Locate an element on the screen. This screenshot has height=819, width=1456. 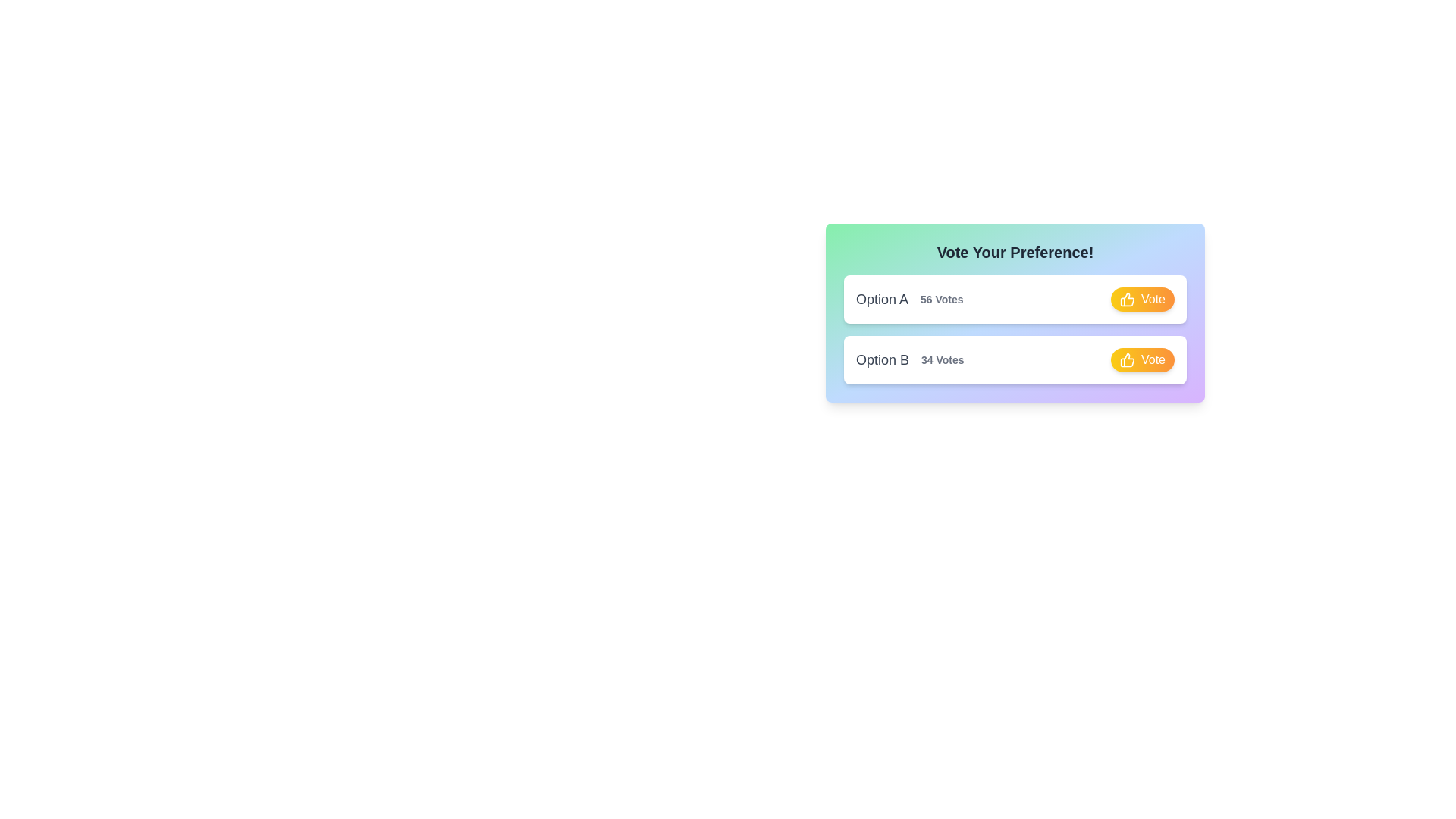
vote button for Option A to increase its vote count is located at coordinates (1143, 299).